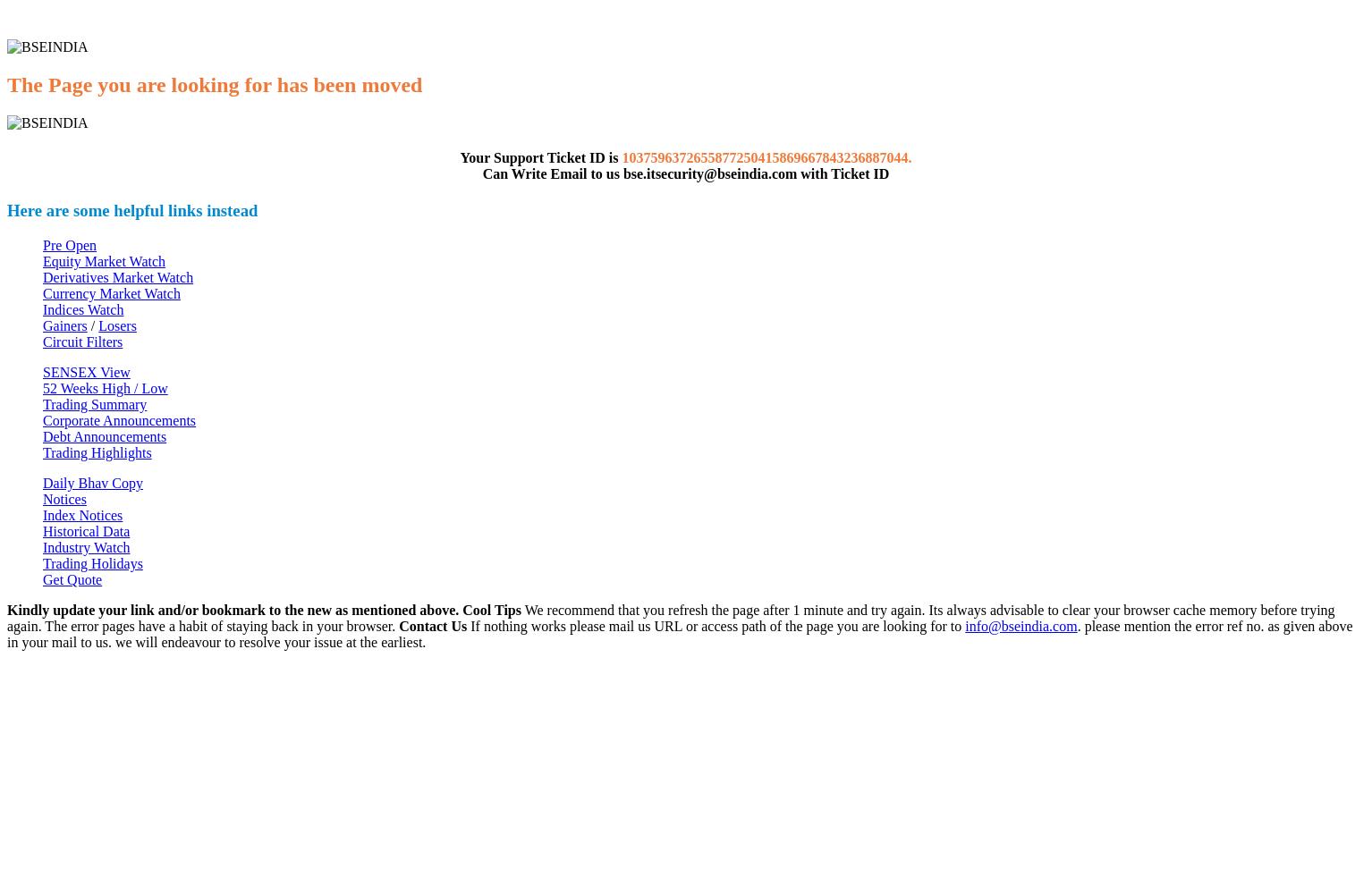 This screenshot has height=894, width=1372. Describe the element at coordinates (94, 403) in the screenshot. I see `'Trading Summary'` at that location.